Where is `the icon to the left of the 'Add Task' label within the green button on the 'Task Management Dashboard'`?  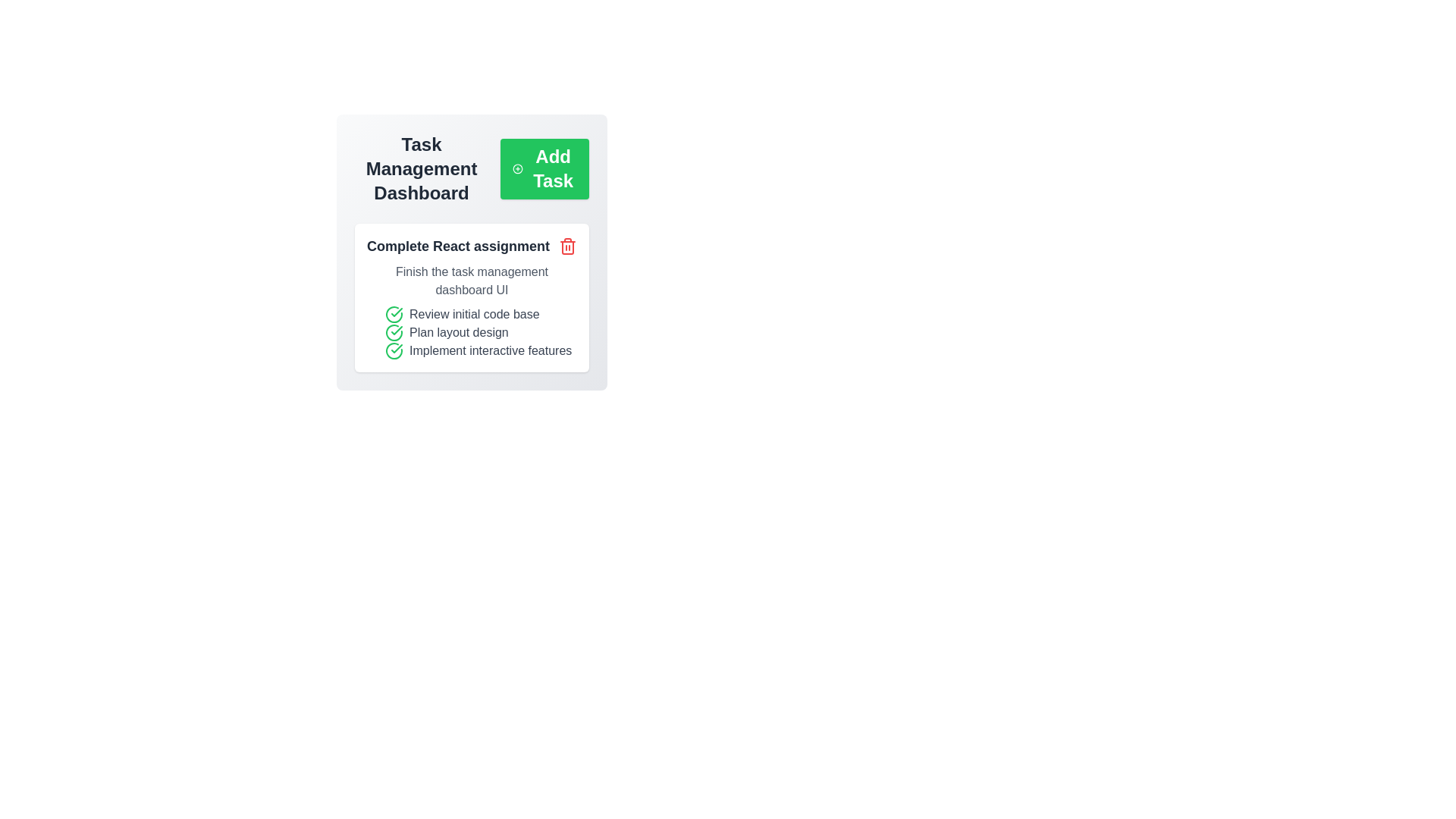
the icon to the left of the 'Add Task' label within the green button on the 'Task Management Dashboard' is located at coordinates (518, 169).